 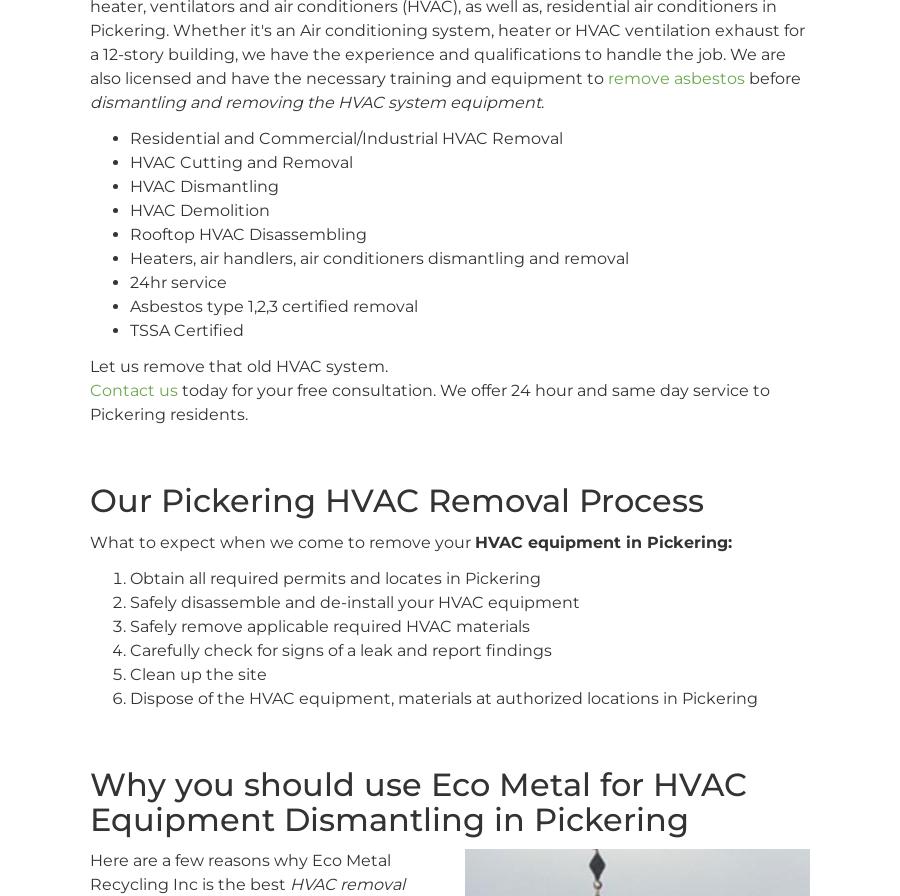 I want to click on 'before', so click(x=772, y=78).